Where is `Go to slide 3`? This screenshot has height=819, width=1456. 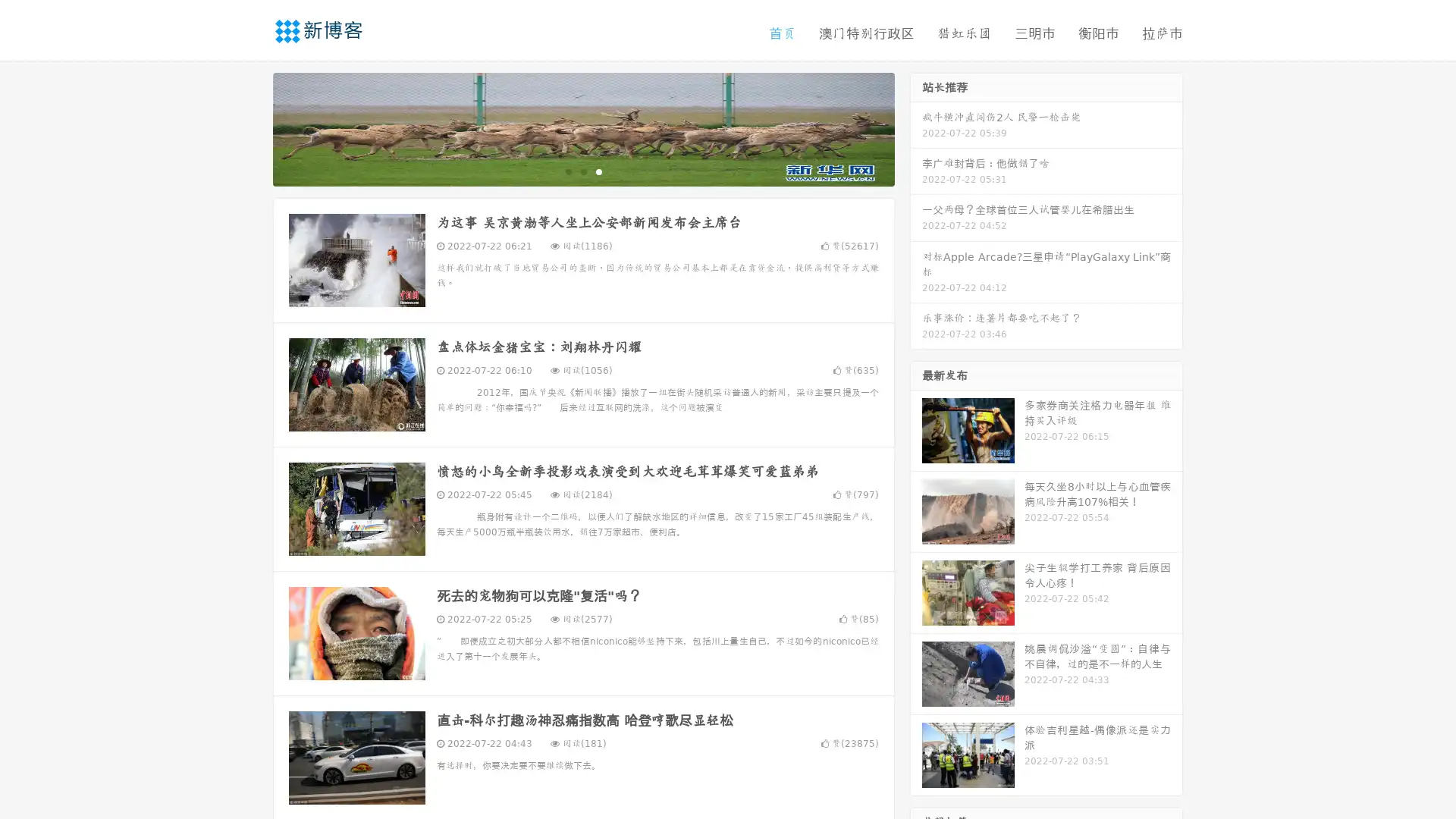 Go to slide 3 is located at coordinates (598, 171).